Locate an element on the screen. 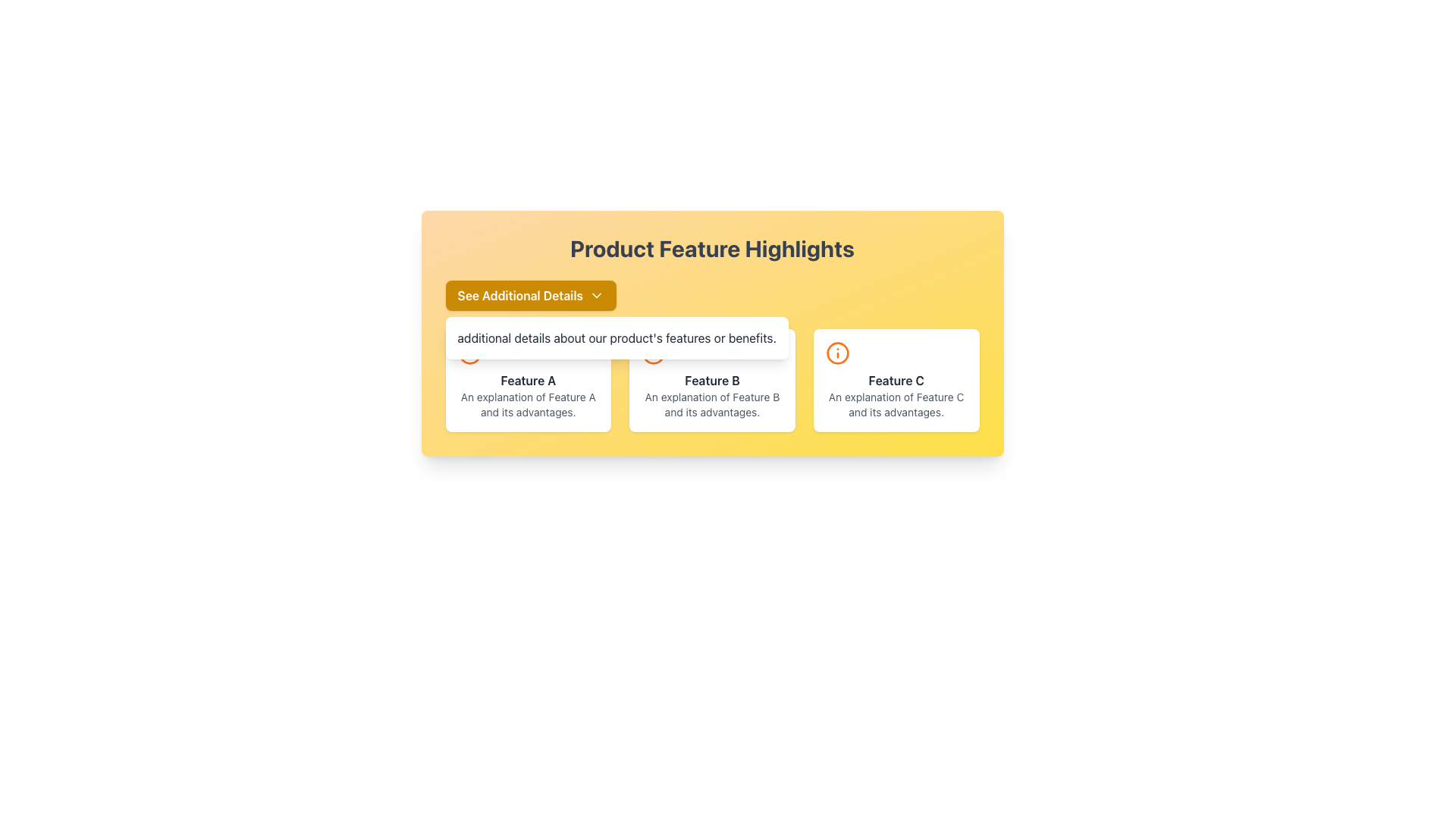 The width and height of the screenshot is (1456, 819). the hollow circle icon within the 'Feature C' section to signal information or emphasis is located at coordinates (469, 353).